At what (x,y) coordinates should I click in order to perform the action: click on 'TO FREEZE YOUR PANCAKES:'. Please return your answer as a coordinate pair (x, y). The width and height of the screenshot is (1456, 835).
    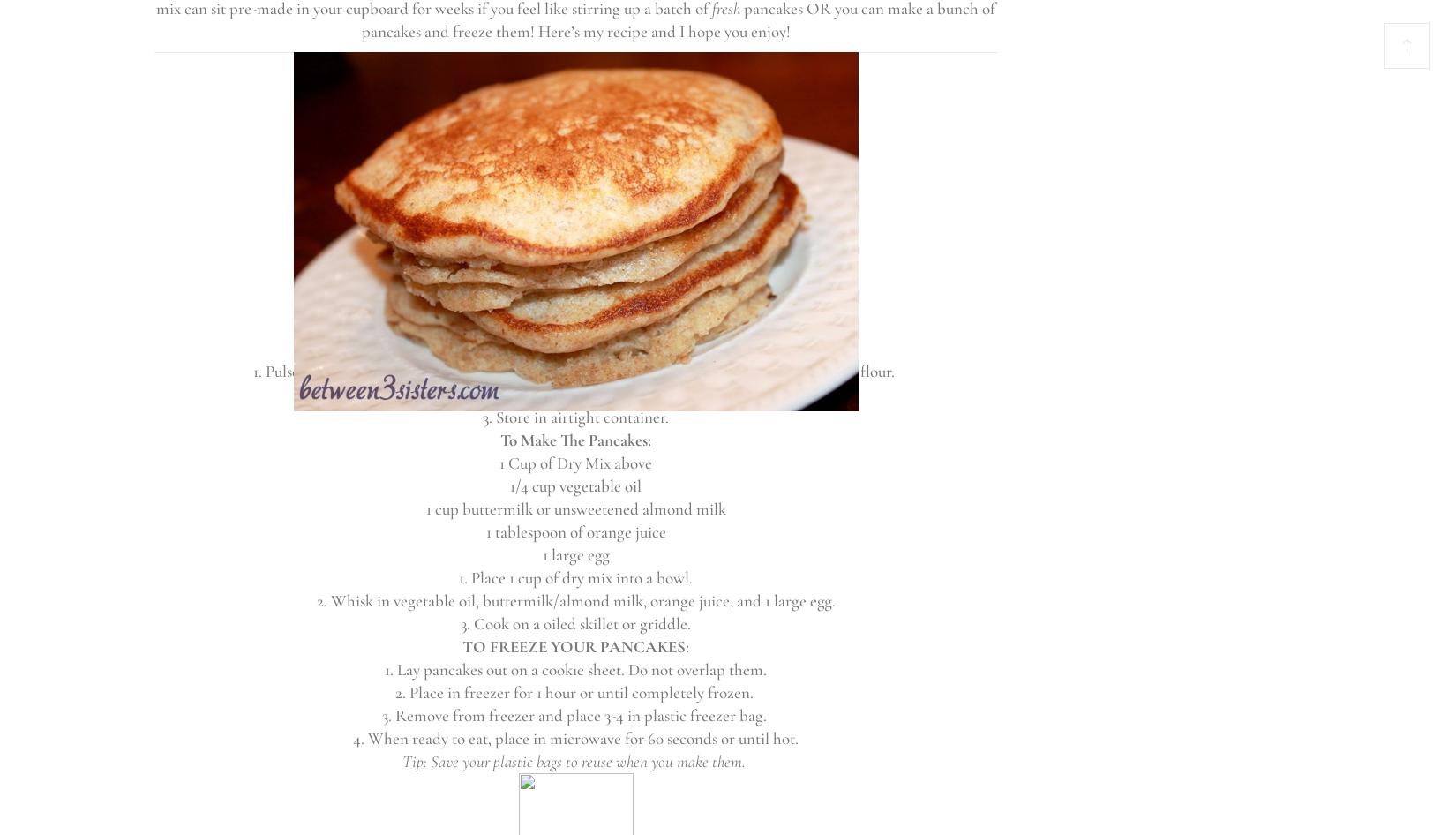
    Looking at the image, I should click on (574, 645).